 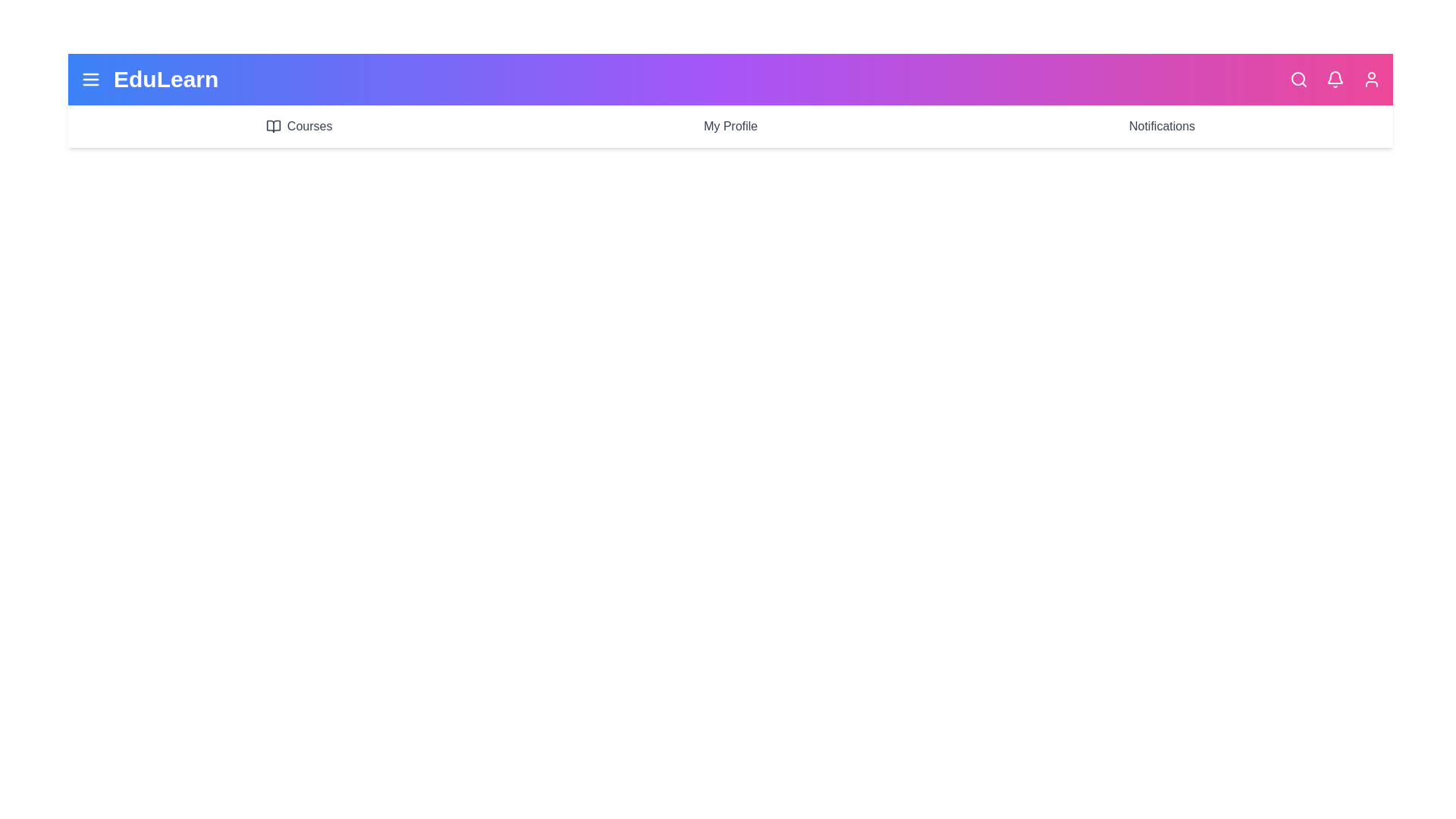 I want to click on the 'Courses' label to navigate to the 'Courses' section, so click(x=298, y=125).